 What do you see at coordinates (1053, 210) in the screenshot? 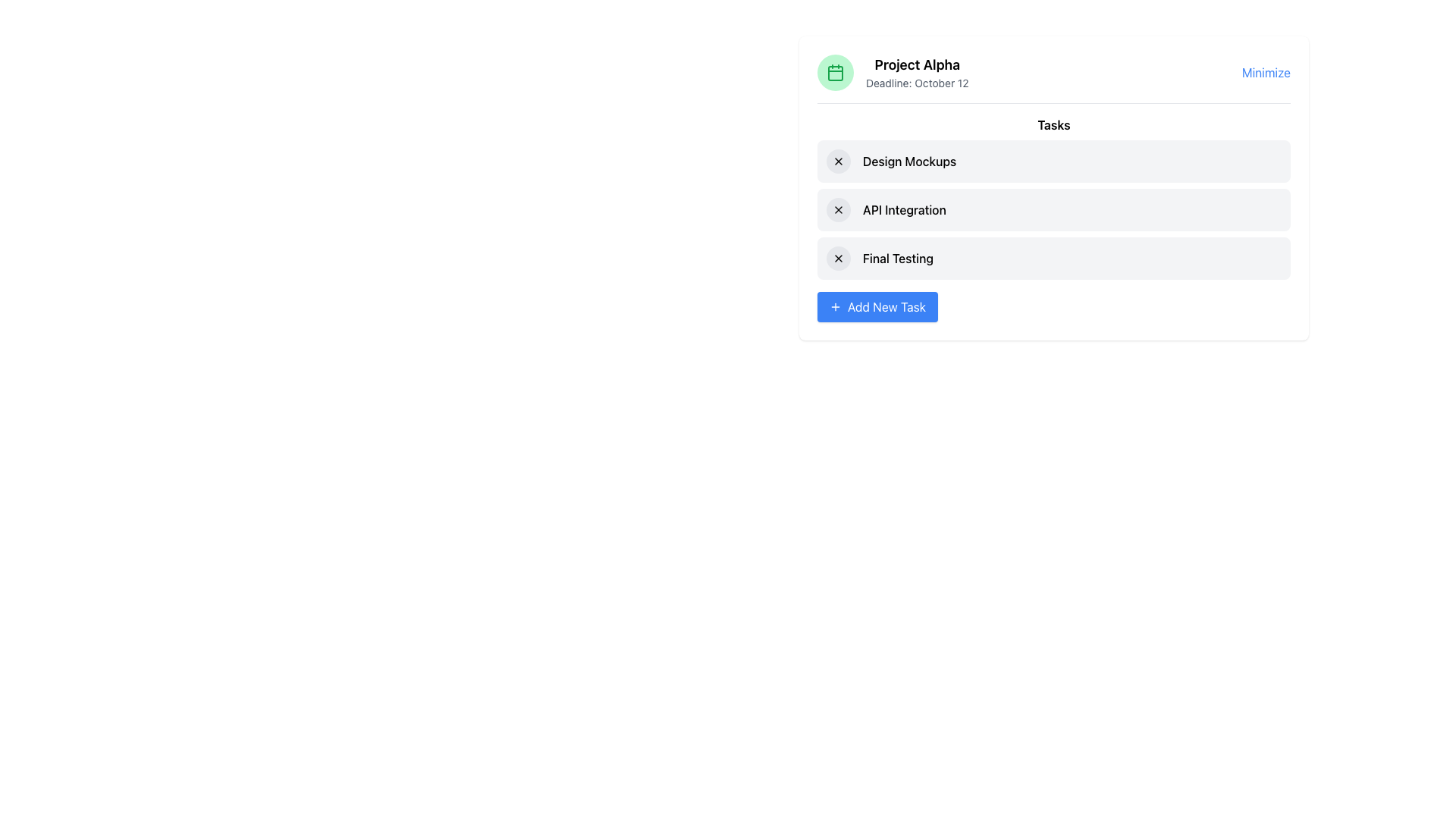
I see `the button of the second task item in the vertical list of task items, which is located beneath the 'Design Mockups' task and above the 'Final Testing' task` at bounding box center [1053, 210].